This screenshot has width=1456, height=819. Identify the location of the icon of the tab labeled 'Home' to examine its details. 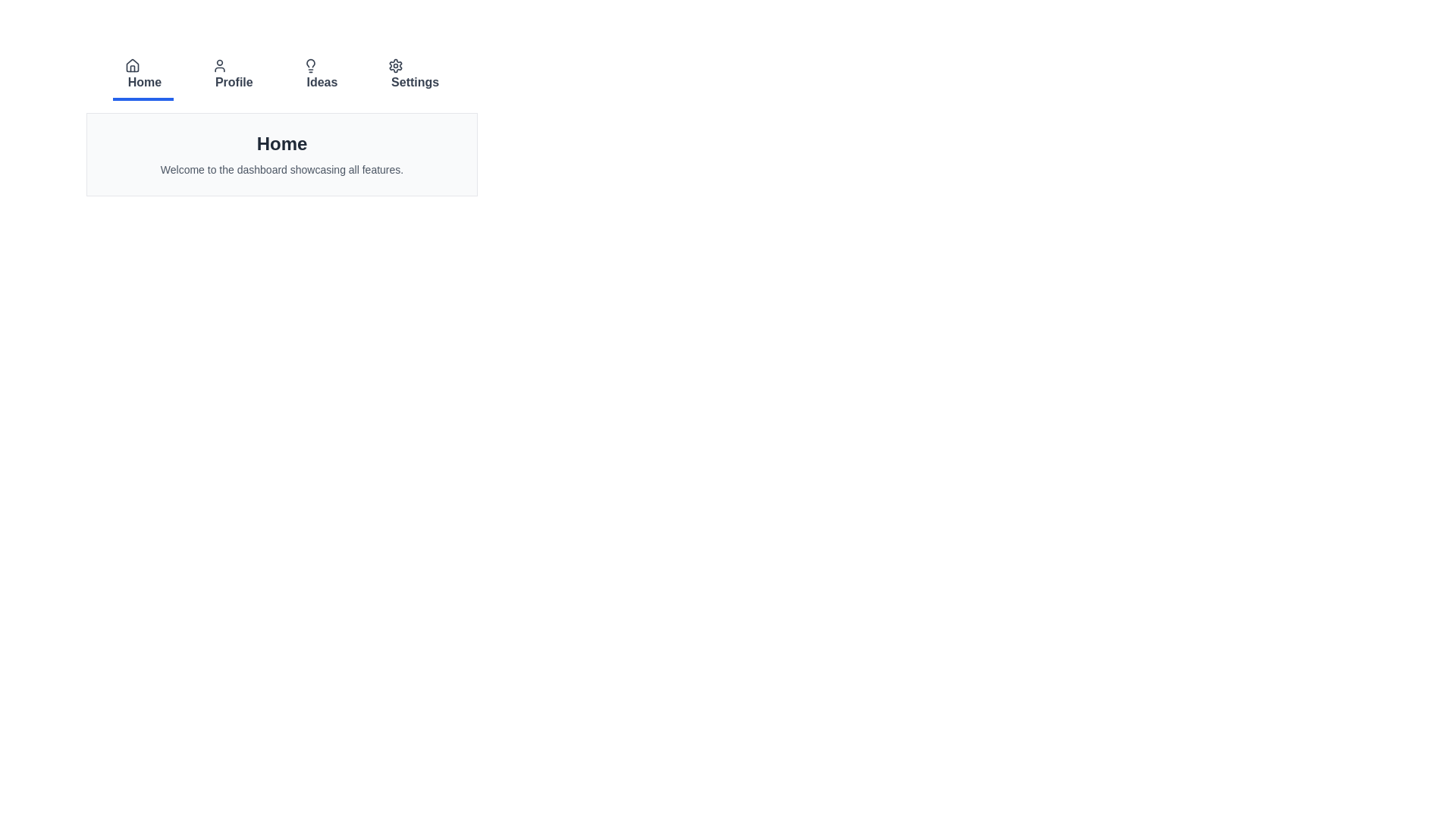
(132, 65).